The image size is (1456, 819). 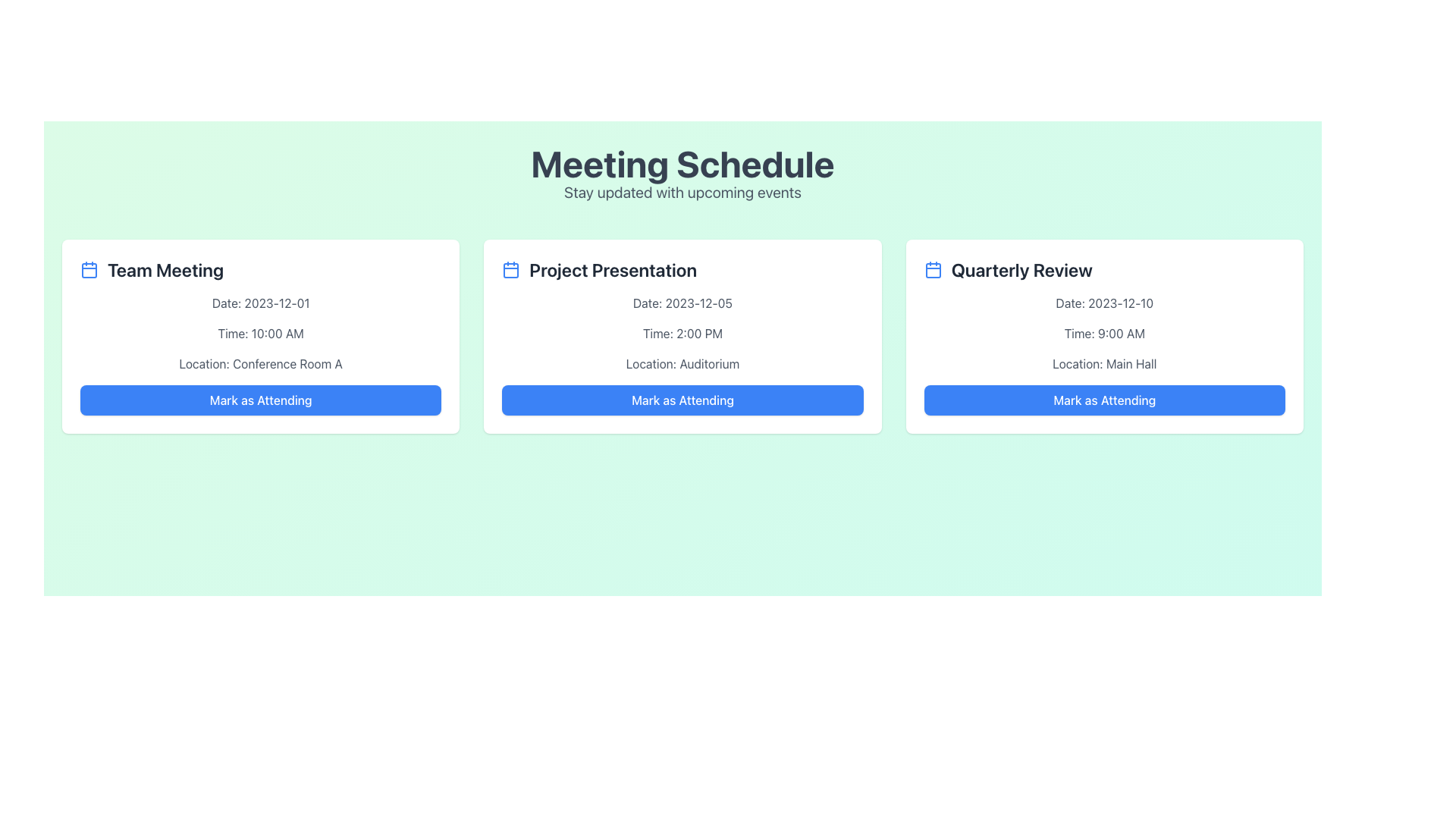 What do you see at coordinates (511, 268) in the screenshot?
I see `the blue minimalist calendar icon located in the central card above the text 'Project Presentation' in the 'Meeting Schedule' section` at bounding box center [511, 268].